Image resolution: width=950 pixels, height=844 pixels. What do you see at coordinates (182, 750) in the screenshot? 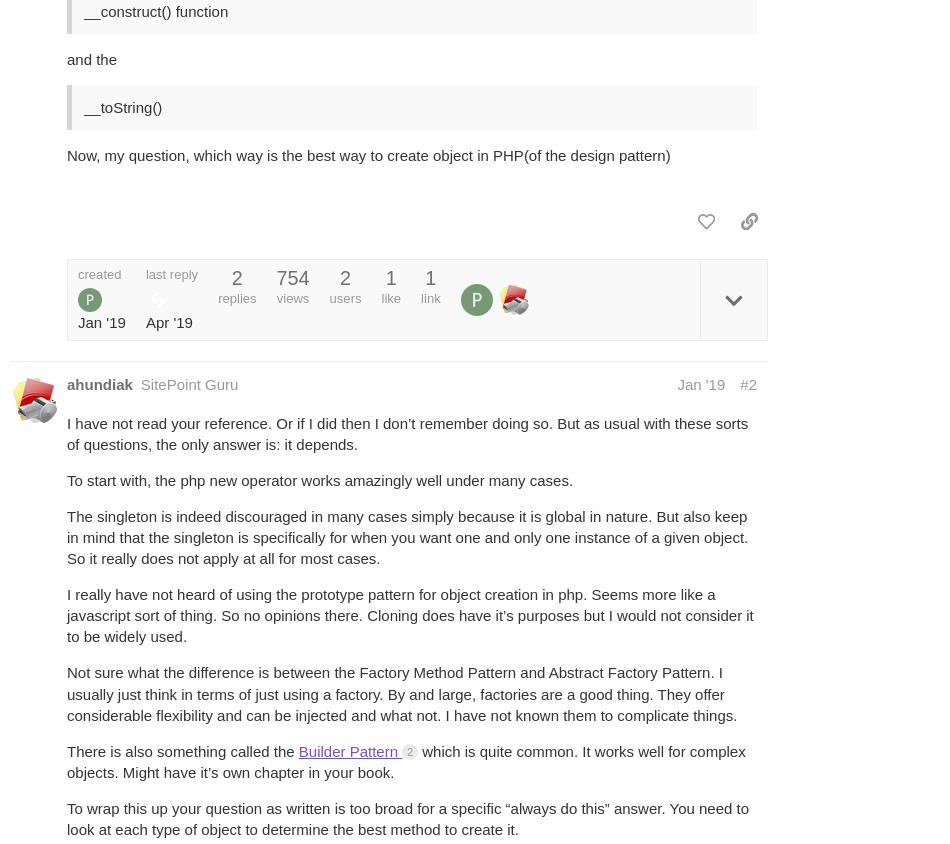
I see `'There is also something called the'` at bounding box center [182, 750].